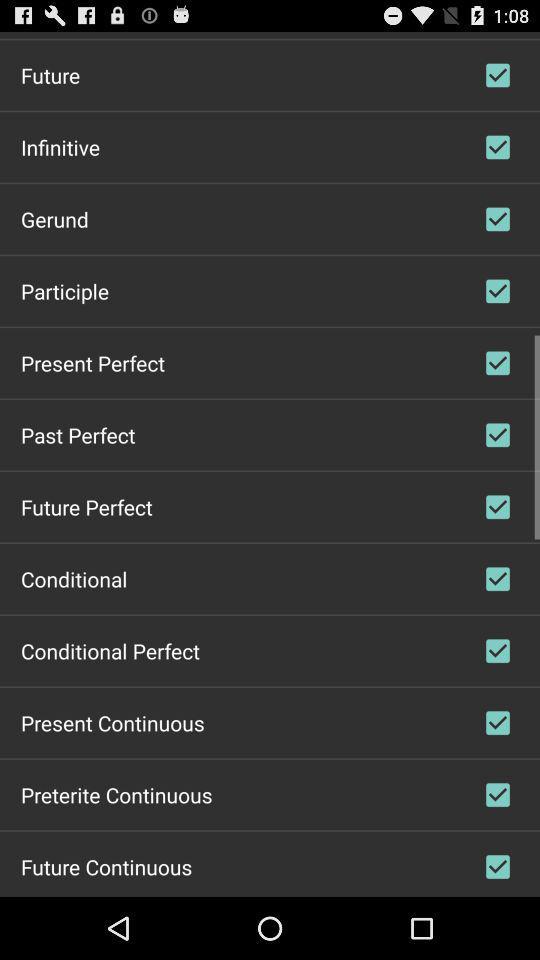  I want to click on the future continuous item, so click(106, 865).